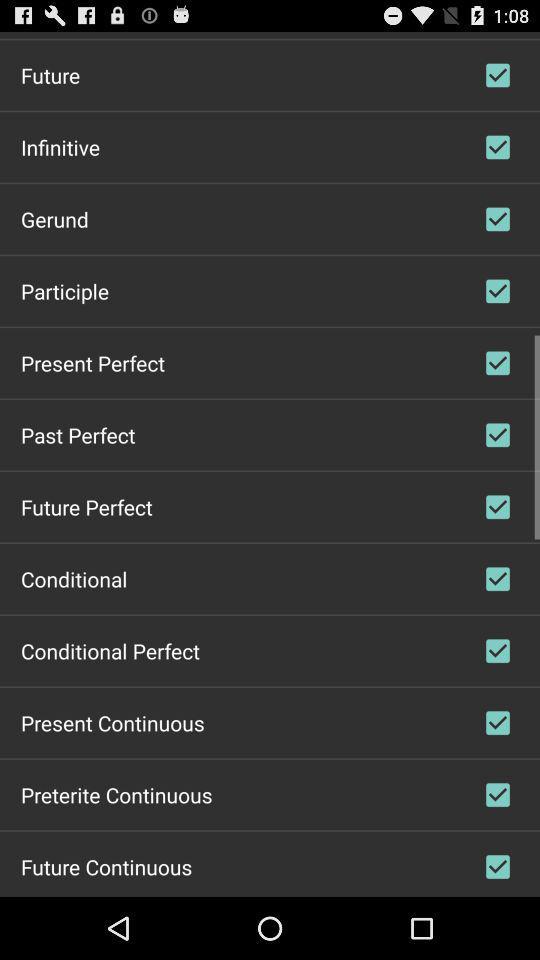  I want to click on the future continuous item, so click(106, 865).